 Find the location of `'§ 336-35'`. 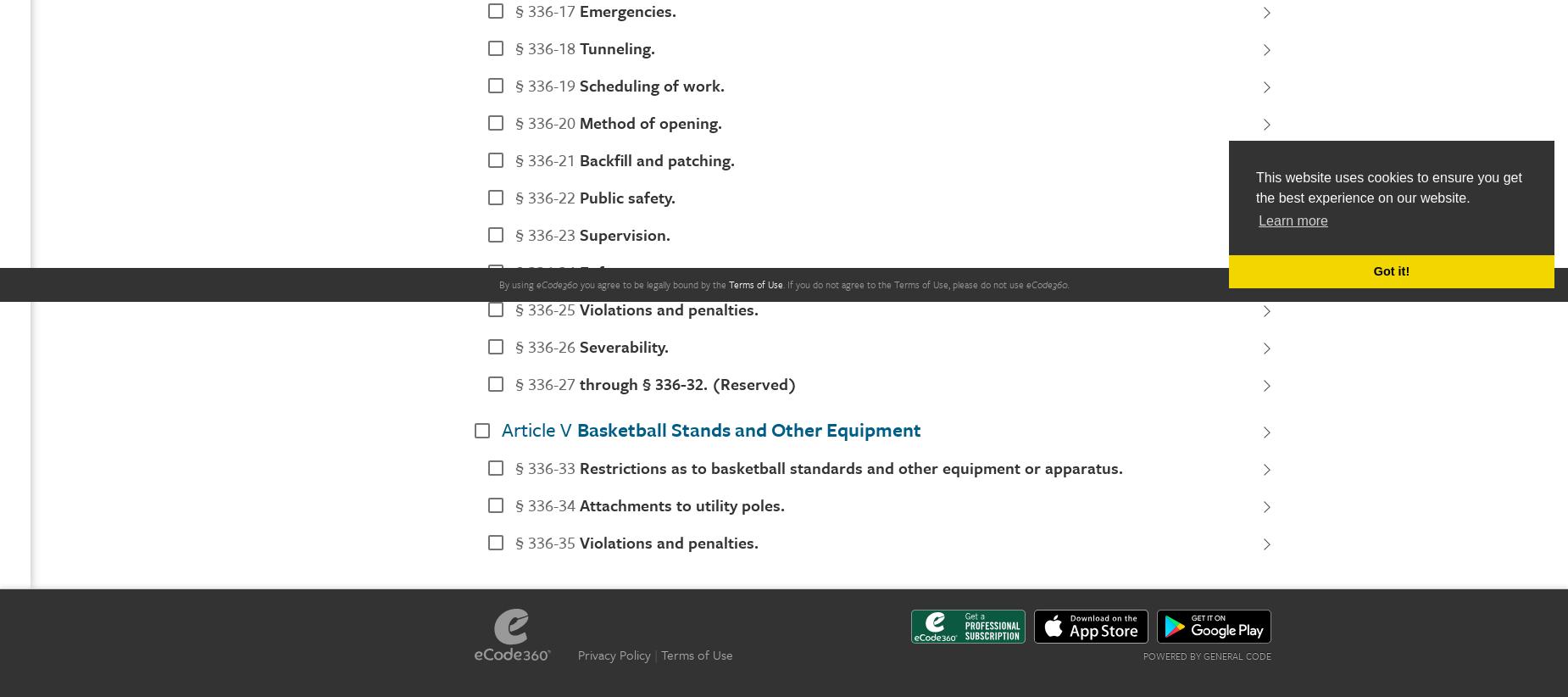

'§ 336-35' is located at coordinates (545, 541).